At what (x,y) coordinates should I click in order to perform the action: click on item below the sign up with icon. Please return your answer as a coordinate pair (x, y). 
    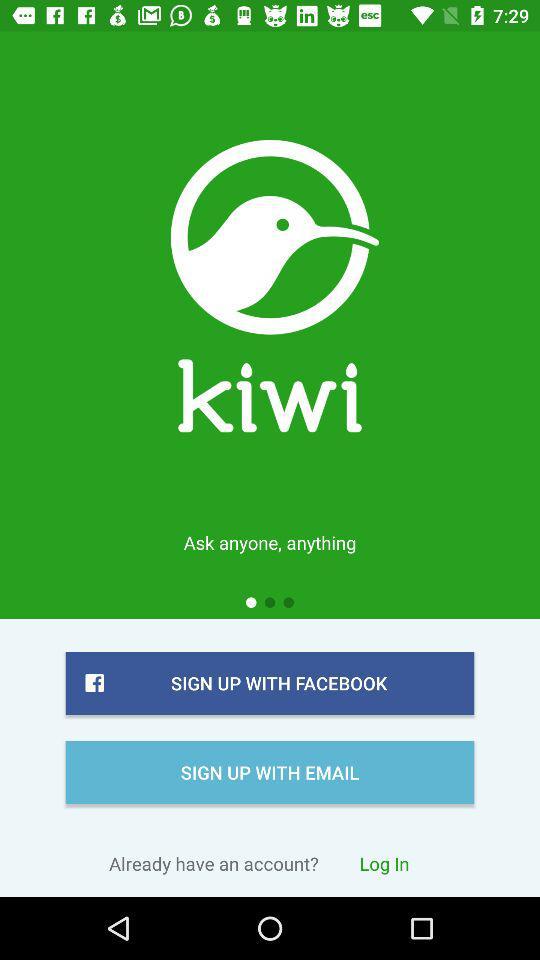
    Looking at the image, I should click on (384, 862).